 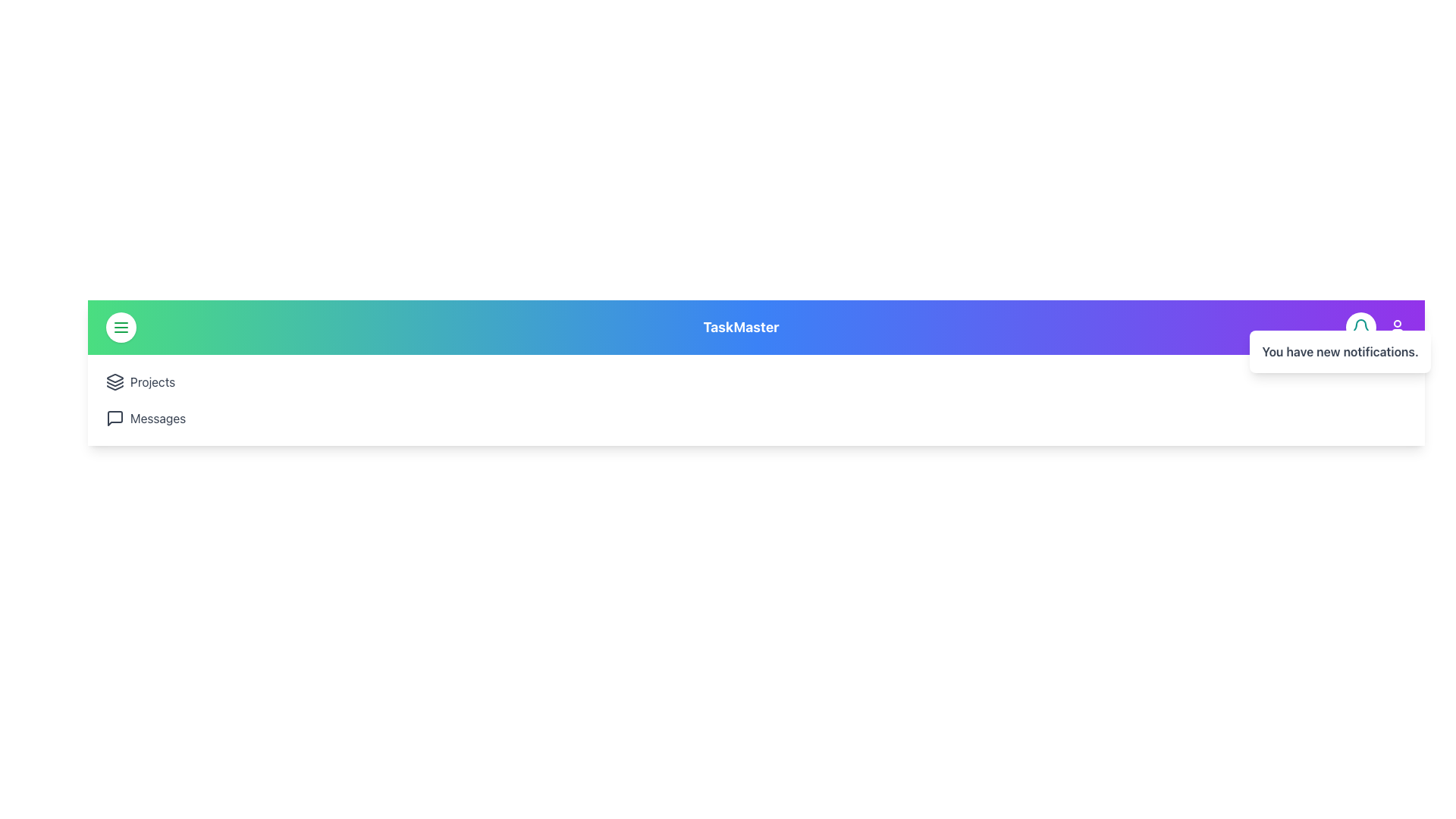 What do you see at coordinates (158, 418) in the screenshot?
I see `the 'Messages' text label located in the navigation sidebar` at bounding box center [158, 418].